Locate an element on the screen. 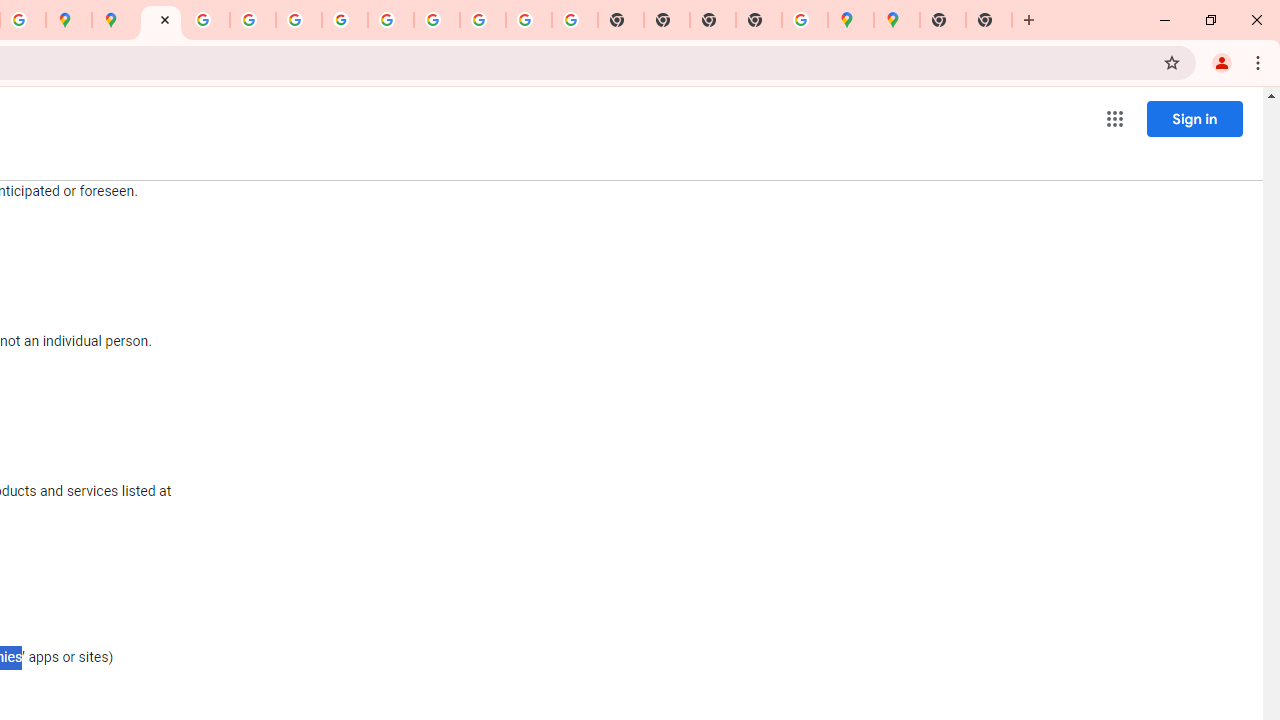 This screenshot has width=1280, height=720. 'Privacy Help Center - Policies Help' is located at coordinates (252, 20).